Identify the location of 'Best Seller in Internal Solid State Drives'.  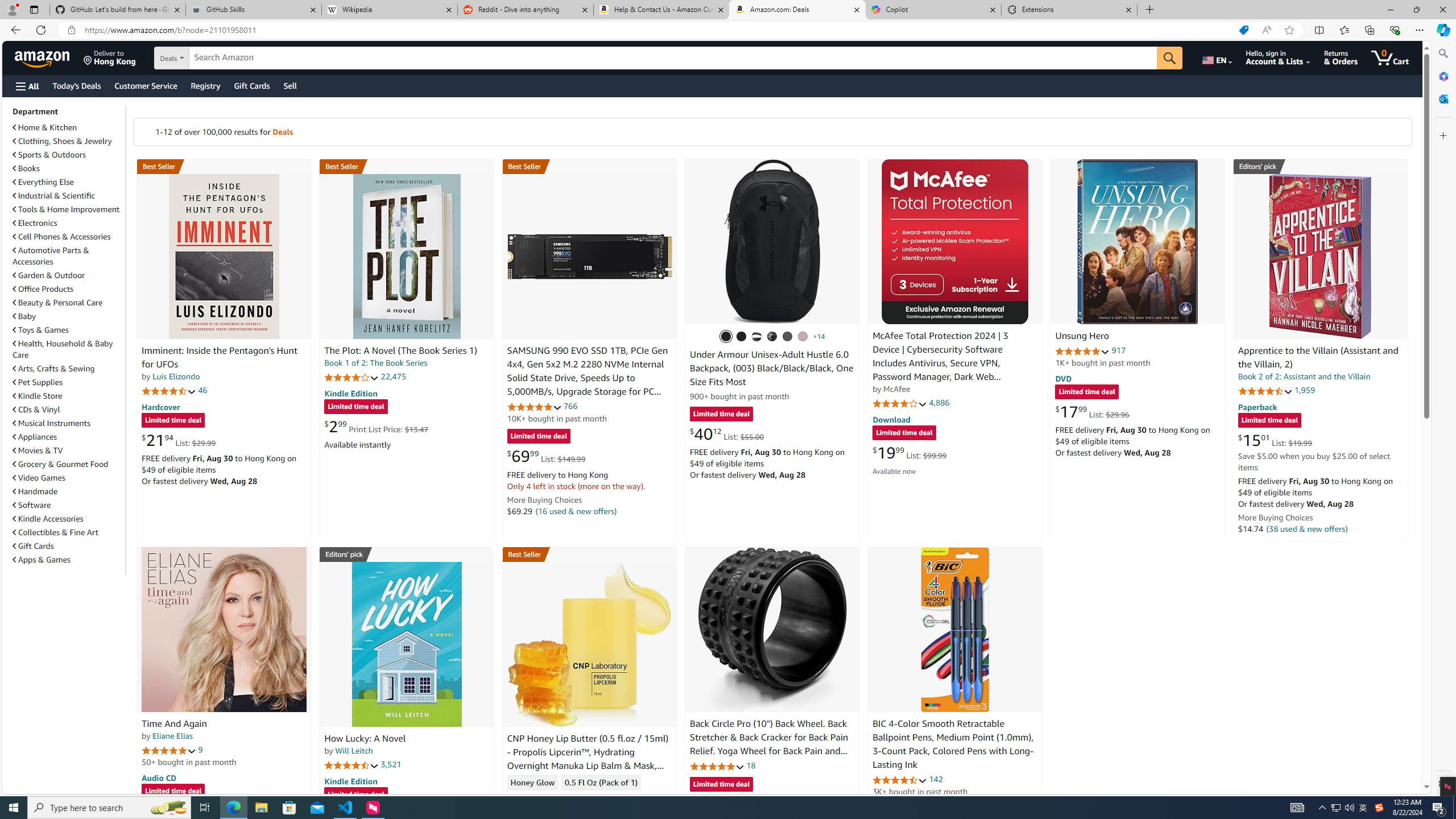
(589, 166).